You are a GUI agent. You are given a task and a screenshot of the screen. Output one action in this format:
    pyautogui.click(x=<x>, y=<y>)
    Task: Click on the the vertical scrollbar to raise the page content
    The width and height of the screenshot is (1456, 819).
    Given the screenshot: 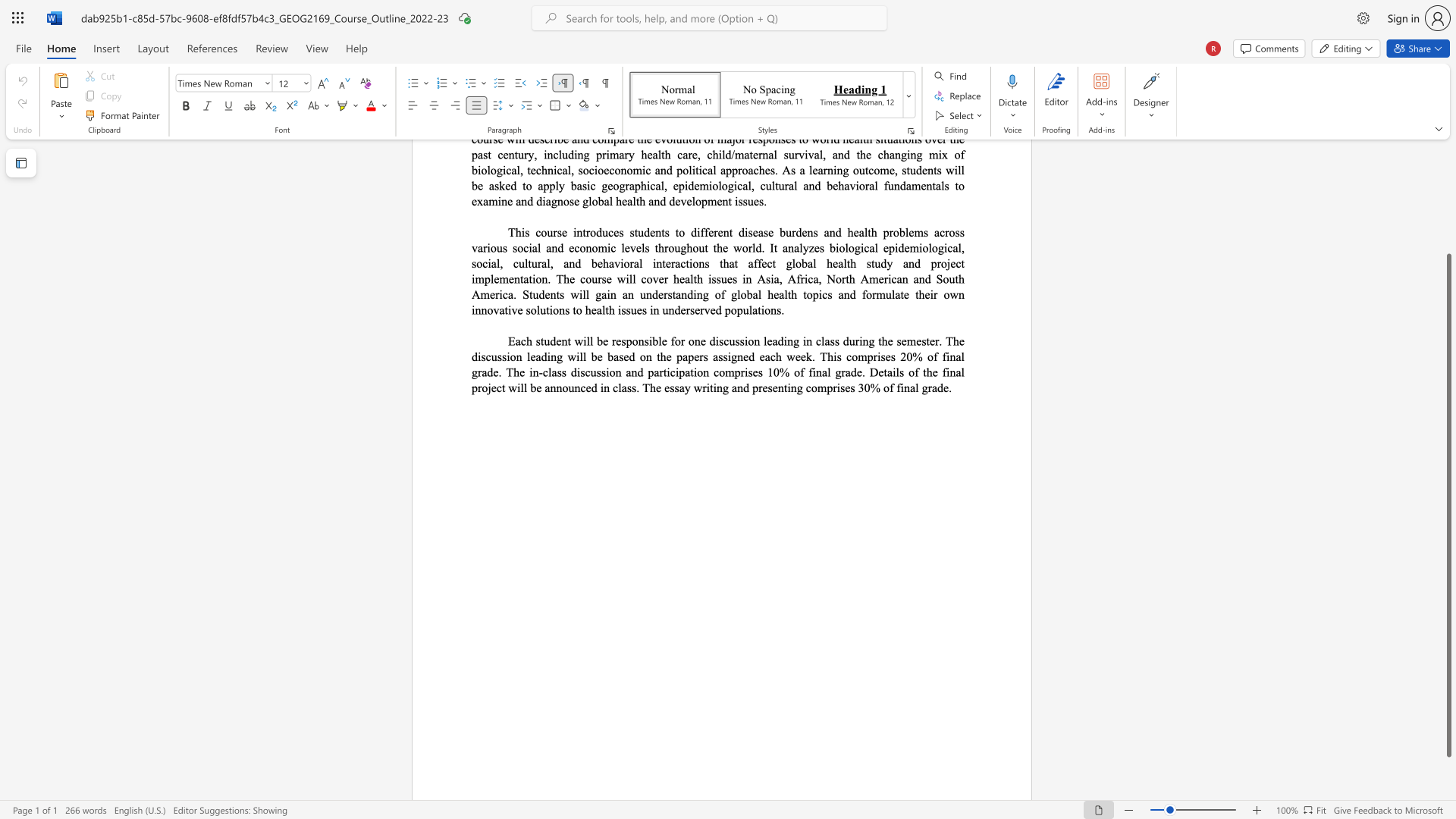 What is the action you would take?
    pyautogui.click(x=1448, y=205)
    